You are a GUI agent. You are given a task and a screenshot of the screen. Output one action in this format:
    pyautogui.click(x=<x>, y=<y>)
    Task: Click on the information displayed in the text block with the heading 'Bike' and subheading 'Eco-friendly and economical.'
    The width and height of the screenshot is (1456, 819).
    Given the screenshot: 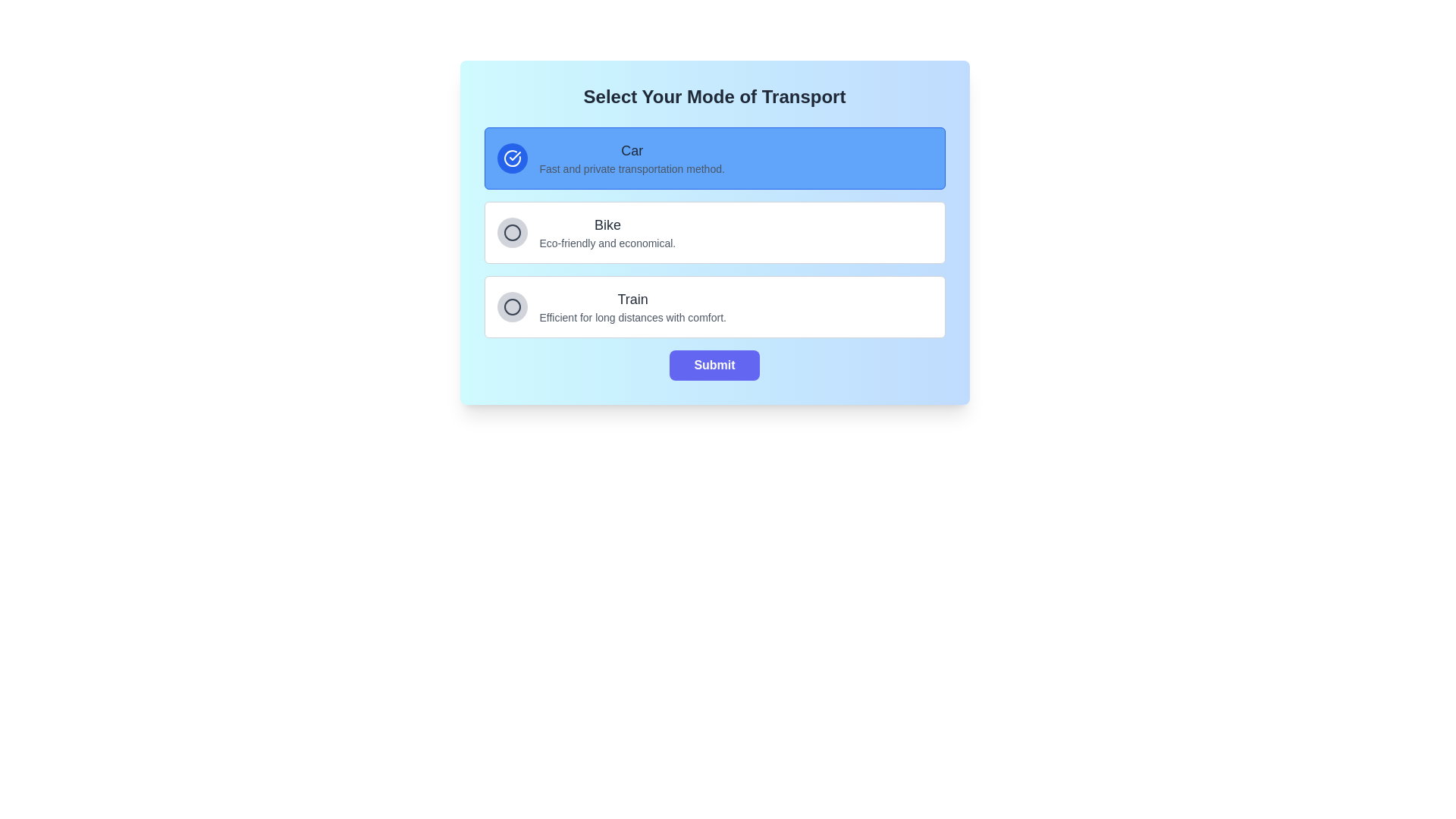 What is the action you would take?
    pyautogui.click(x=607, y=233)
    